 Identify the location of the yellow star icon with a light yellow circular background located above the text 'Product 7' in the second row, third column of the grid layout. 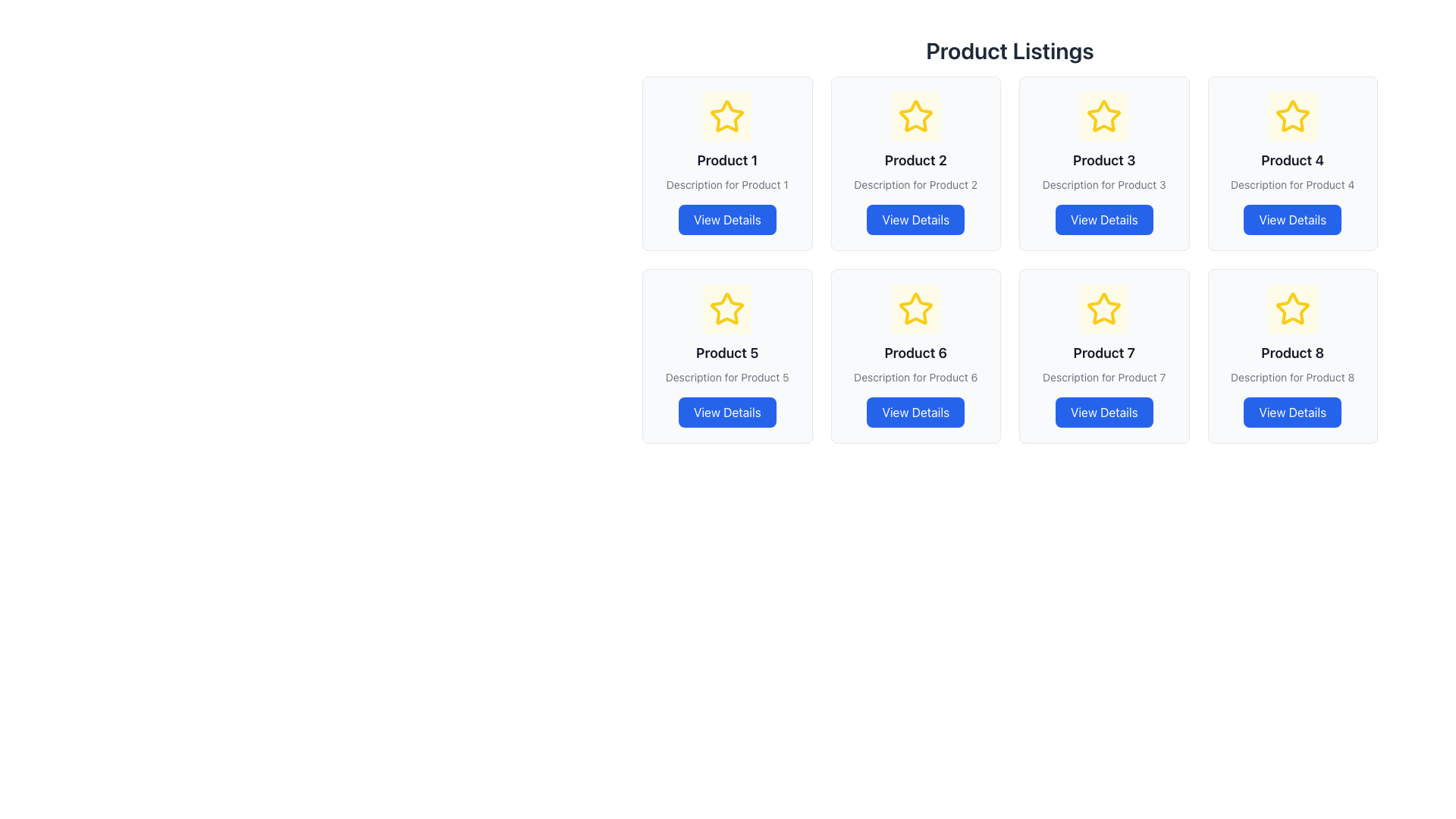
(1104, 309).